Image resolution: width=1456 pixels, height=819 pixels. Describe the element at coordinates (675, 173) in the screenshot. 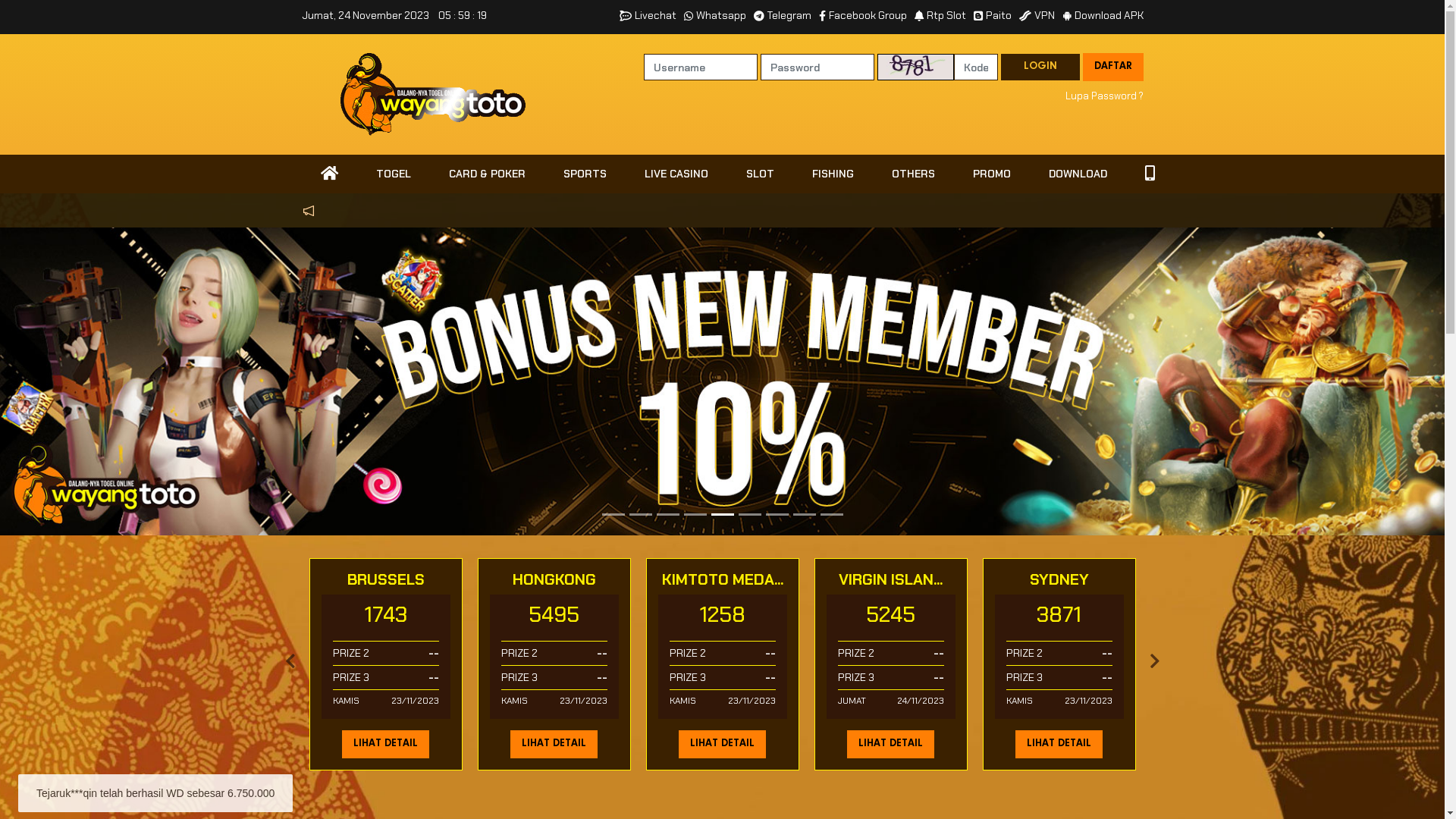

I see `'LIVE CASINO'` at that location.